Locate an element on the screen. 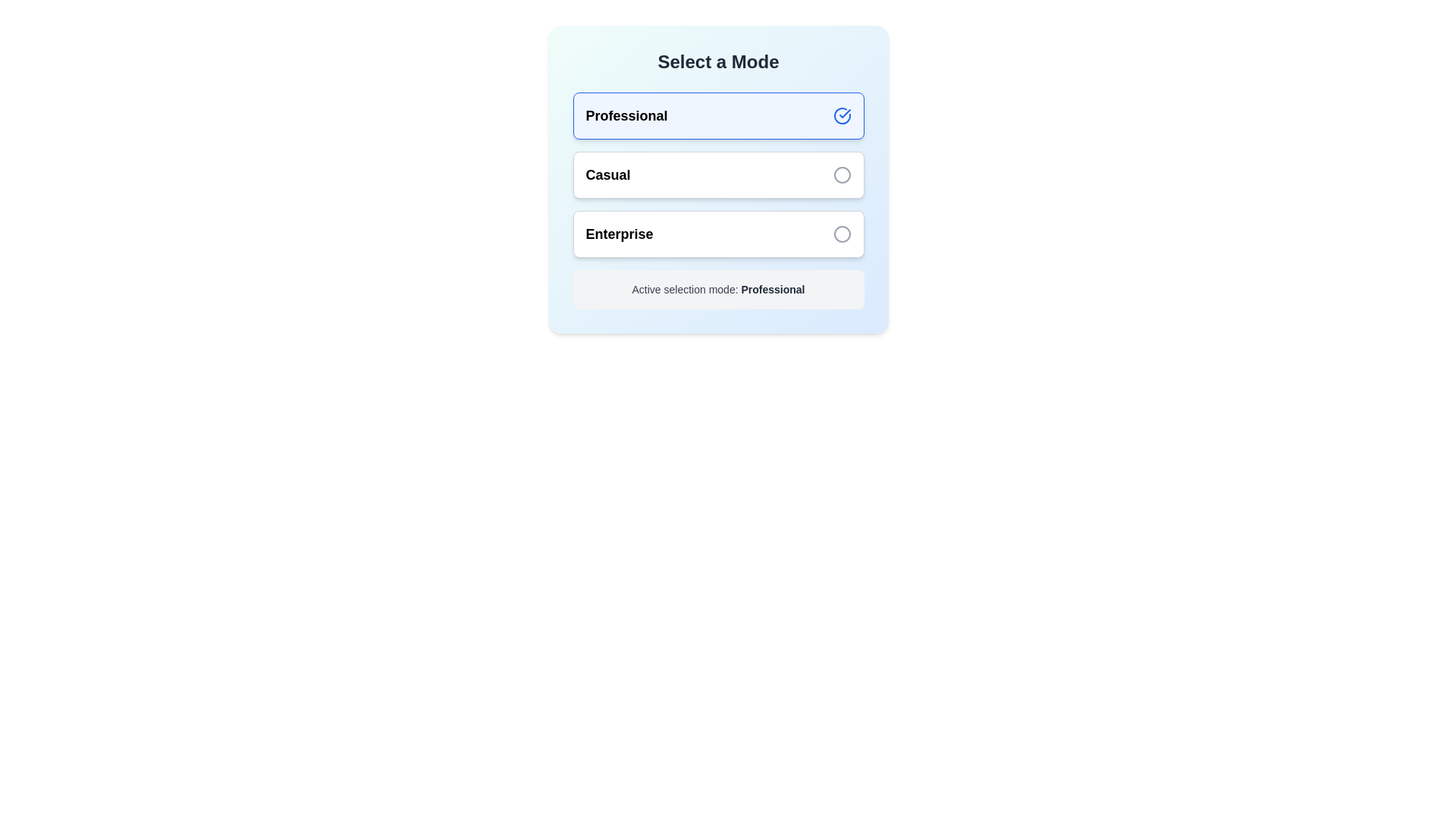  the visual indicator icon confirming the 'Professional' mode selection, located to the right of the 'Professional' label in the selection area is located at coordinates (843, 113).